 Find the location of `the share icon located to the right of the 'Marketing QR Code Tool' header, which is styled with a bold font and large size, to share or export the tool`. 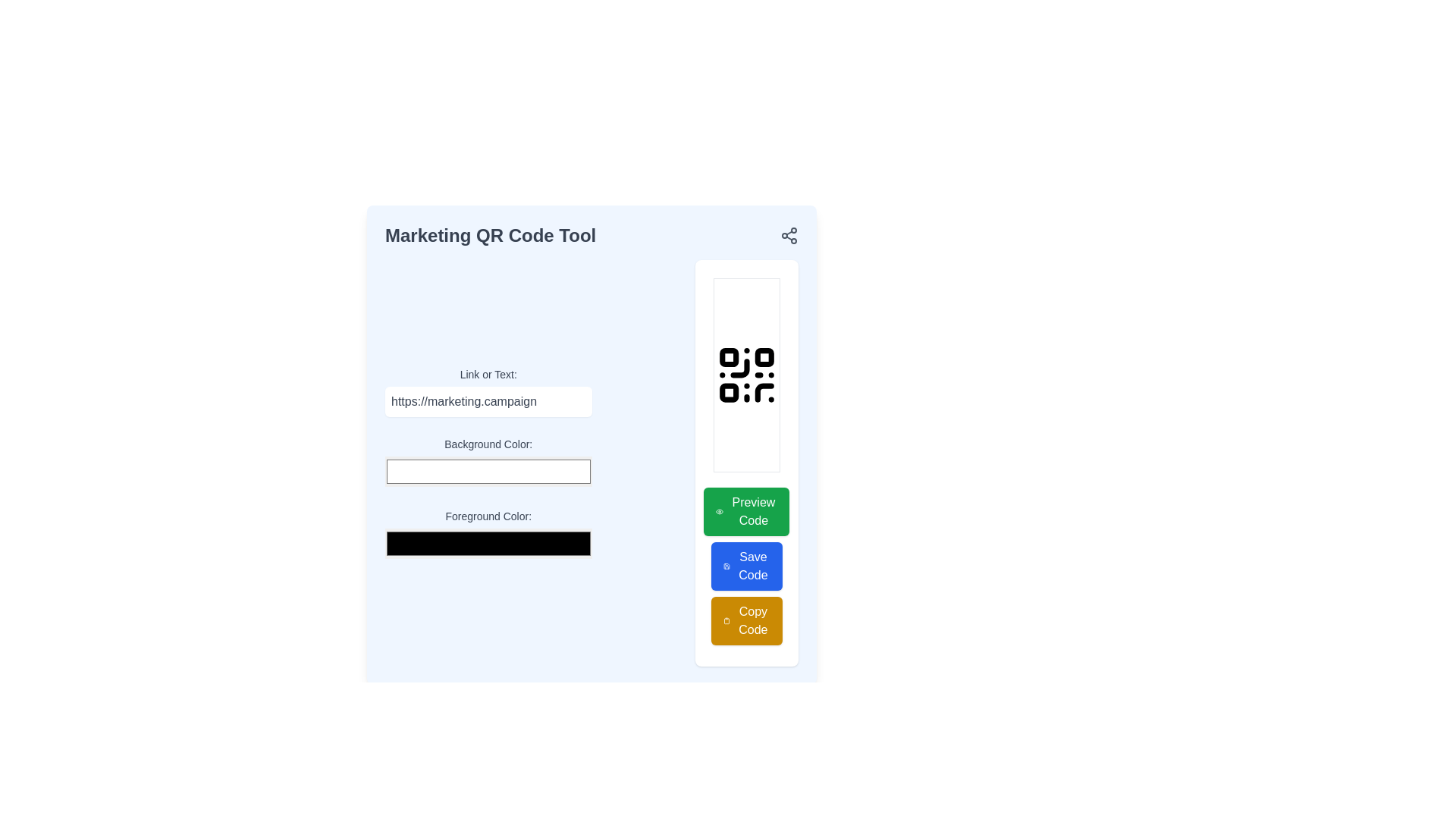

the share icon located to the right of the 'Marketing QR Code Tool' header, which is styled with a bold font and large size, to share or export the tool is located at coordinates (591, 236).